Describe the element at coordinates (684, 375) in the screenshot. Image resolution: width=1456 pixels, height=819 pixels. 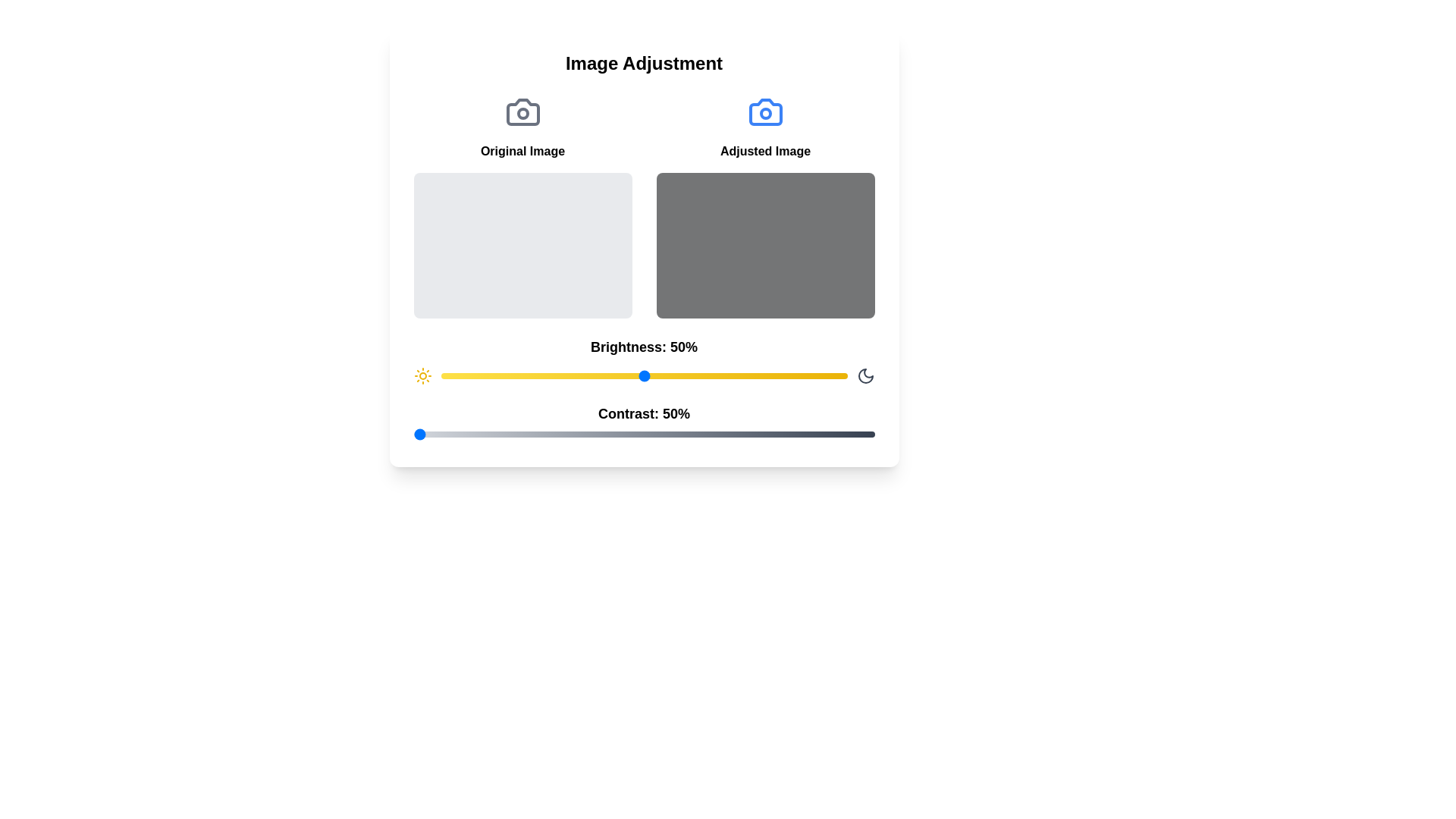
I see `brightness` at that location.